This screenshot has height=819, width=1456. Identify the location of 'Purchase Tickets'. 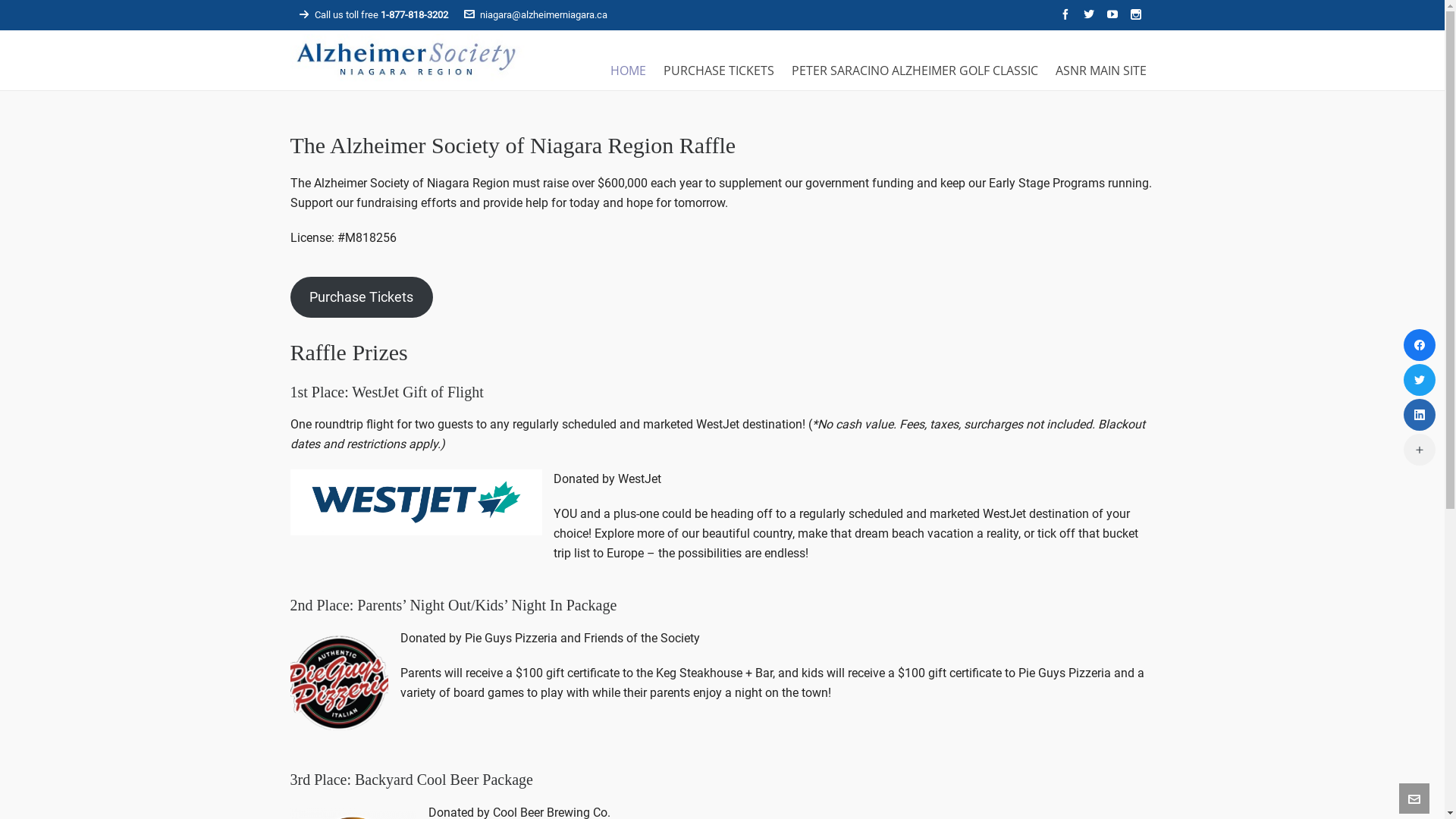
(360, 297).